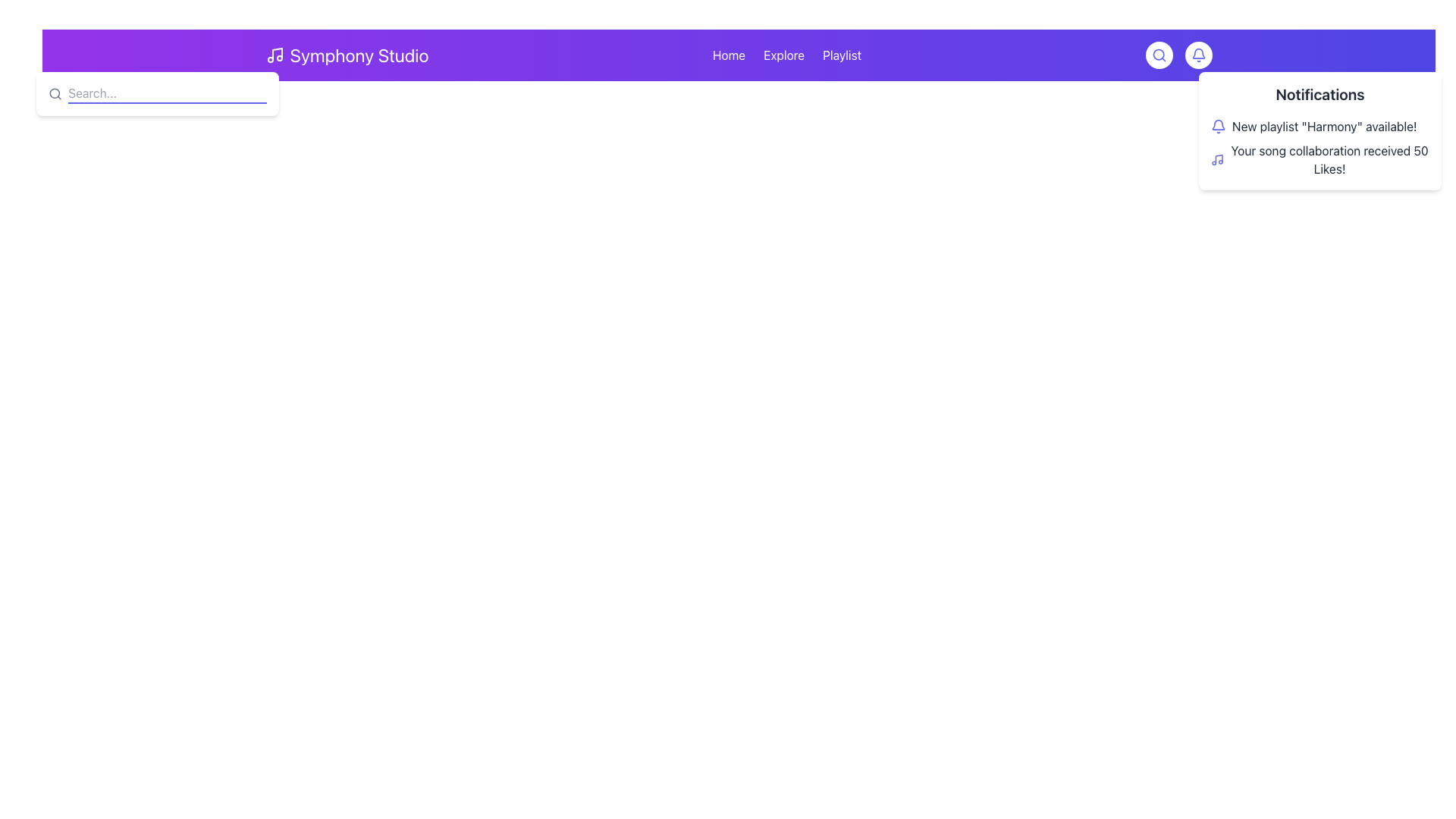 The height and width of the screenshot is (819, 1456). Describe the element at coordinates (359, 55) in the screenshot. I see `text label 'Symphony Studio' which is styled in white text on a purple background and is positioned in the header, to the right of a musical note icon` at that location.